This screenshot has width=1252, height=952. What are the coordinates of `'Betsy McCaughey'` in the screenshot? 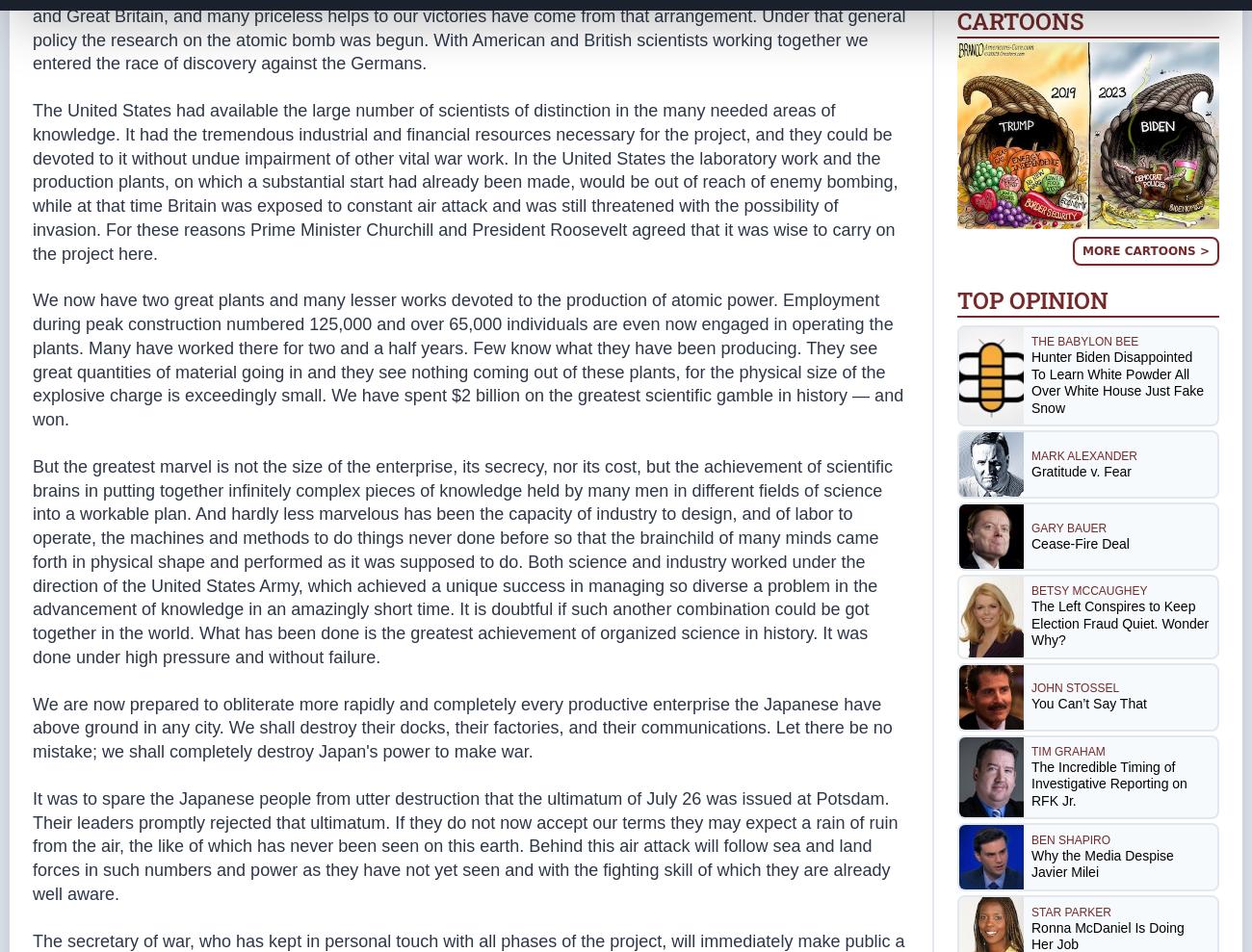 It's located at (1088, 590).